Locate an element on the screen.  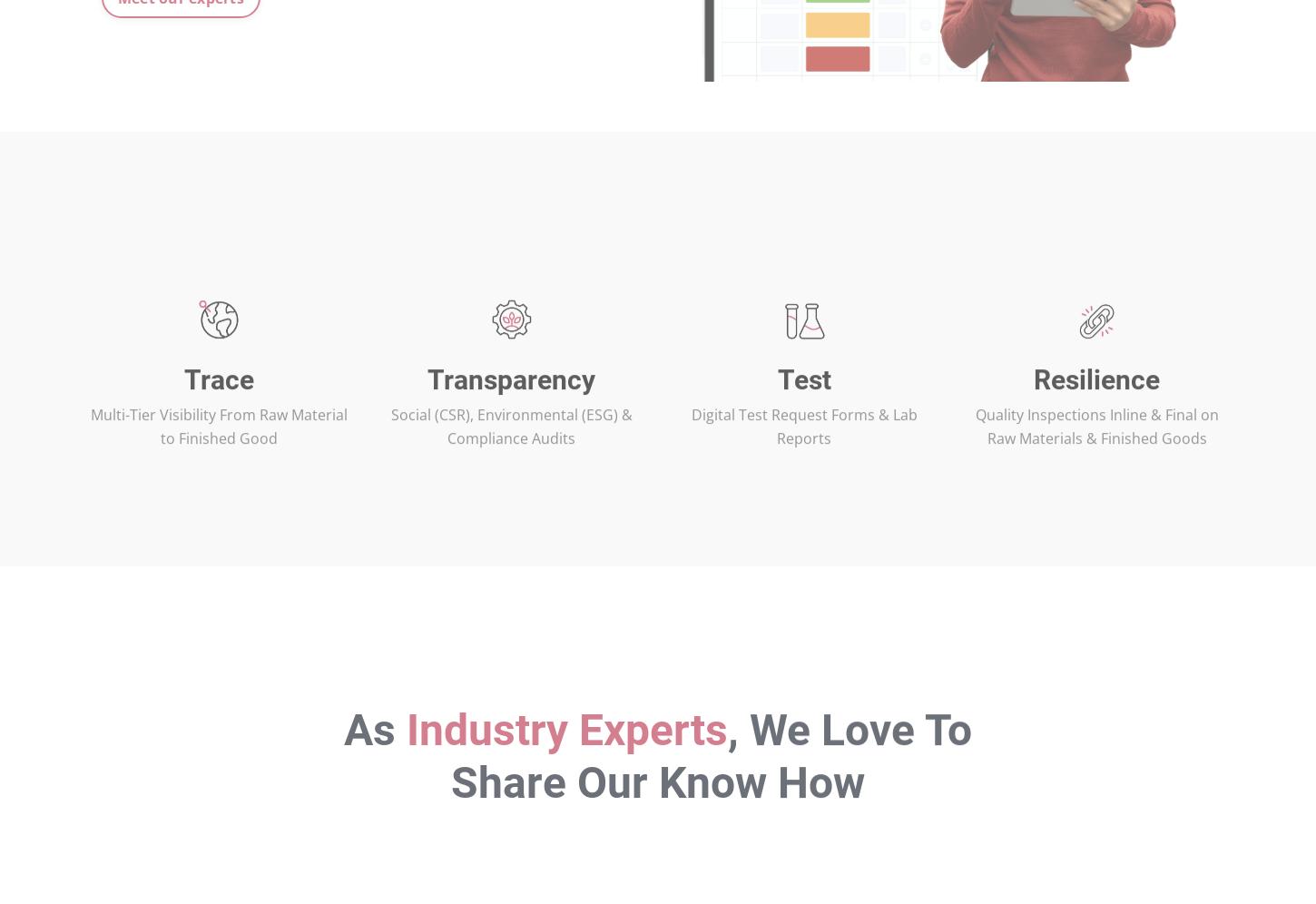
'Industry Experts' is located at coordinates (565, 787).